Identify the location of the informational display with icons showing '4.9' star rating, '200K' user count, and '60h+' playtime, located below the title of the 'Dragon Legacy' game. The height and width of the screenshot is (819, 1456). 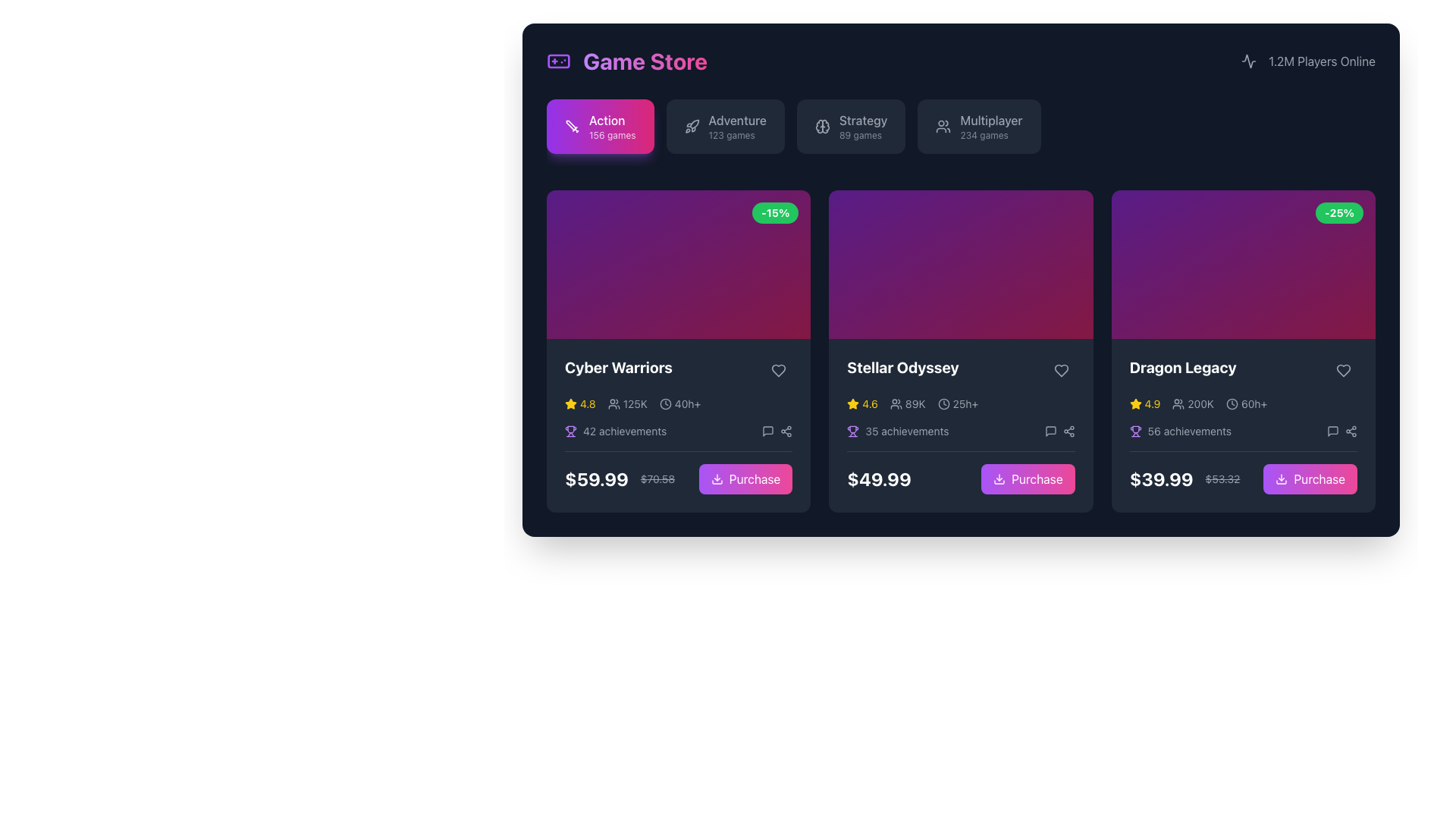
(1243, 403).